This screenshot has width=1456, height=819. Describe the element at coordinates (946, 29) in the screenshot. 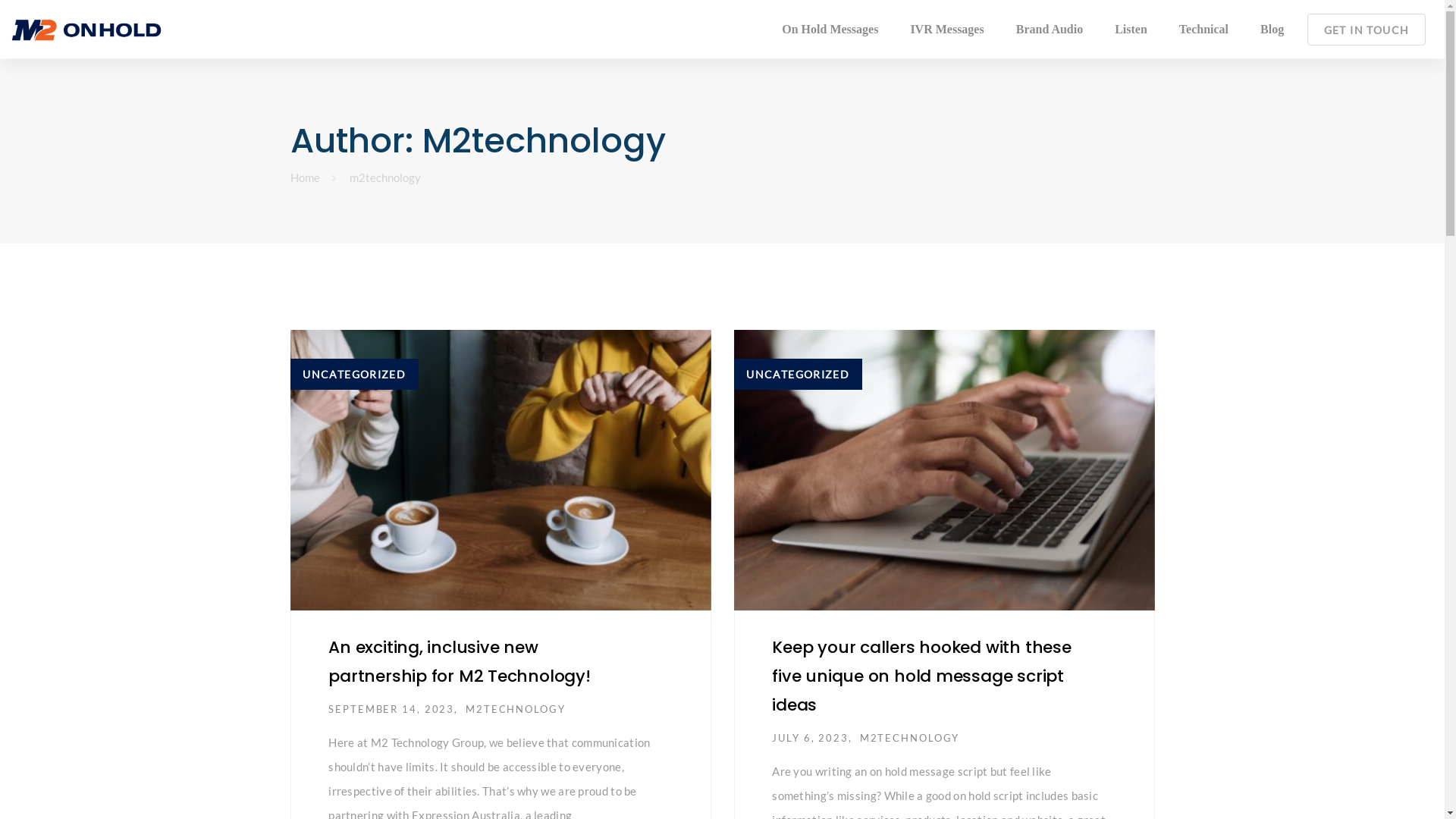

I see `'IVR Messages'` at that location.